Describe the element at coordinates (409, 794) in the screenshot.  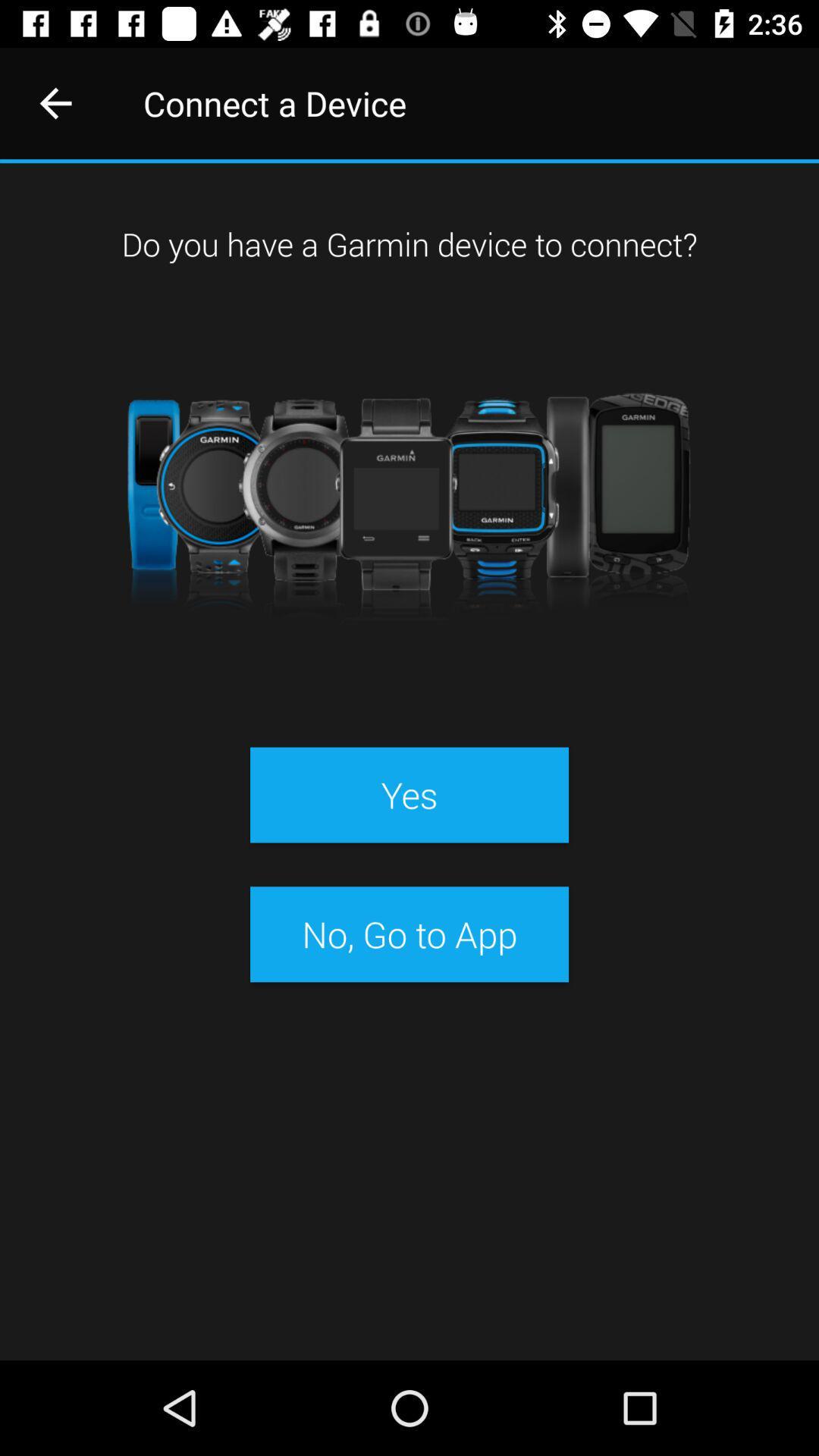
I see `icon above no go to item` at that location.